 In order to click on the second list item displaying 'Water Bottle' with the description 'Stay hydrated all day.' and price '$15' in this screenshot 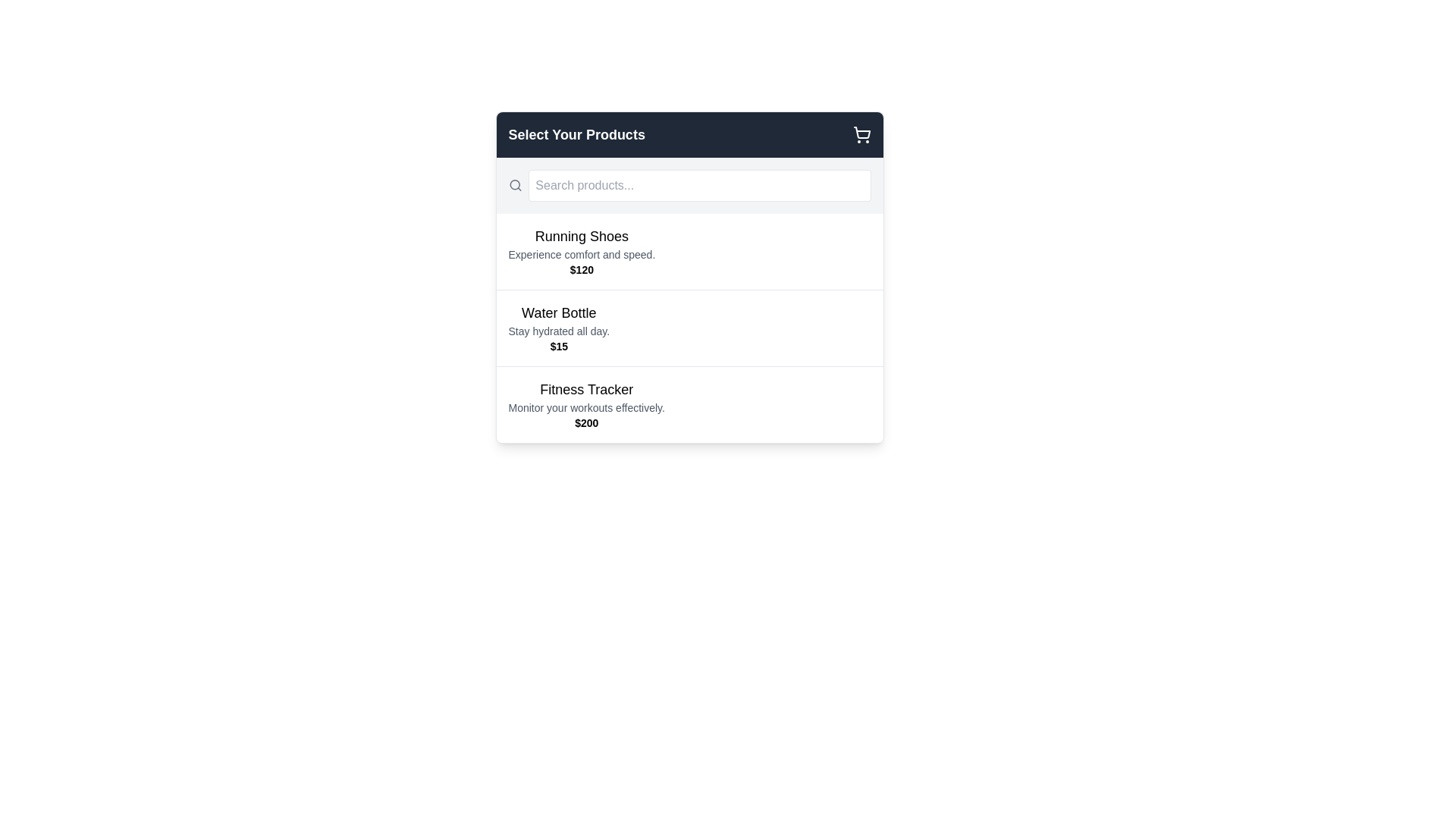, I will do `click(689, 300)`.